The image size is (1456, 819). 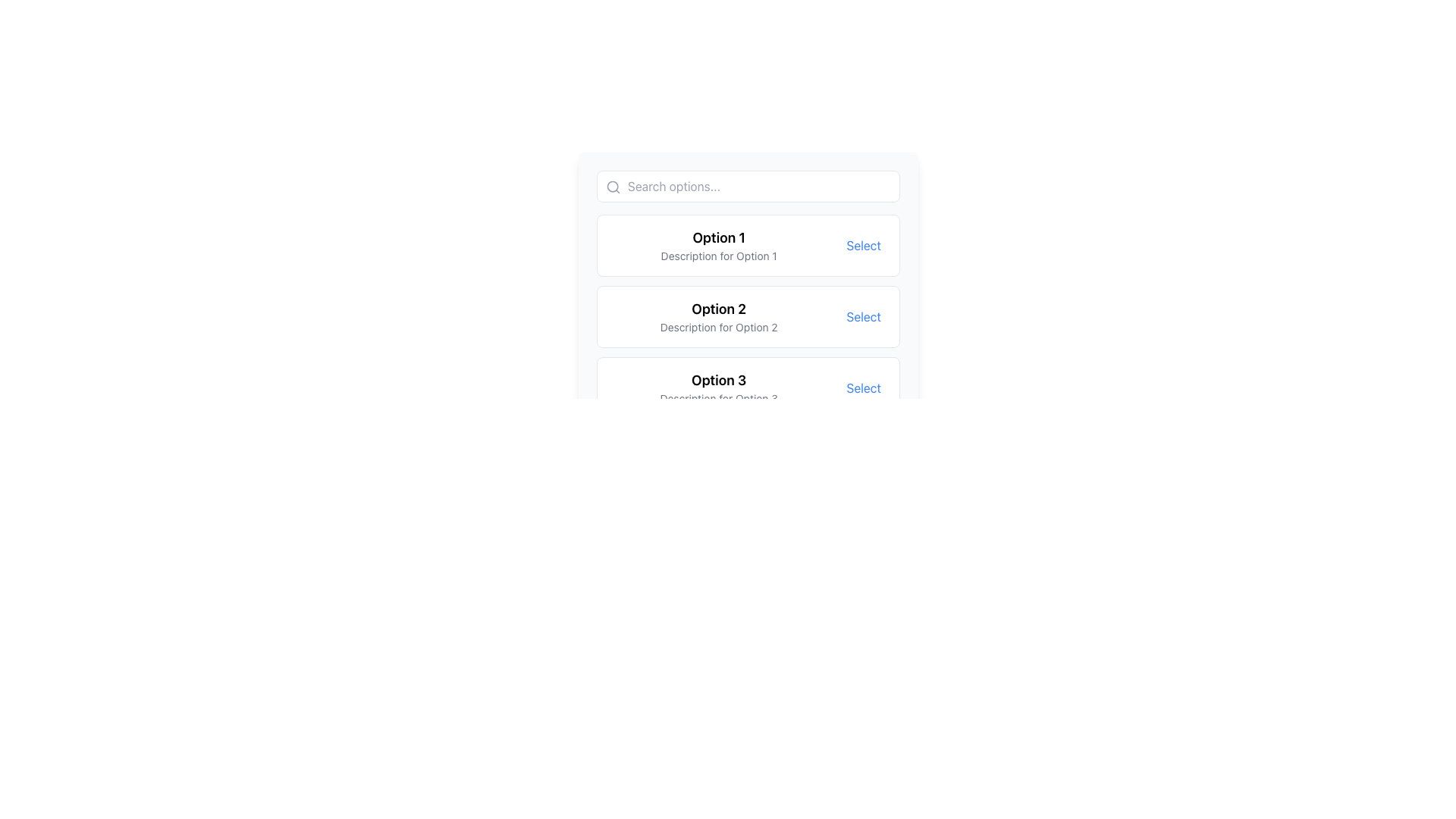 What do you see at coordinates (613, 186) in the screenshot?
I see `the circle component of the search icon located in the upper-left corner of the search bar` at bounding box center [613, 186].